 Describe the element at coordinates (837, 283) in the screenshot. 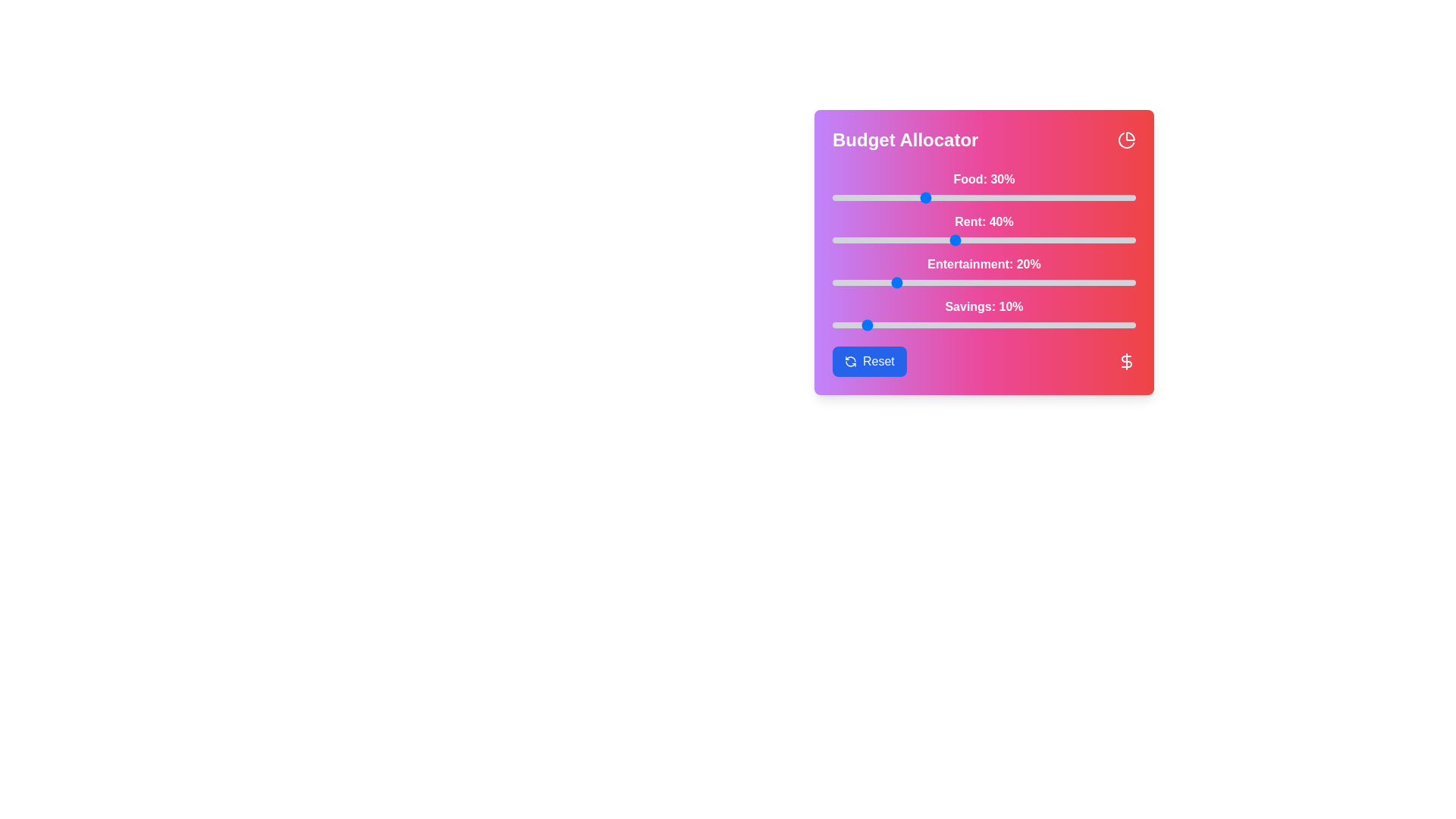

I see `the slider value` at that location.